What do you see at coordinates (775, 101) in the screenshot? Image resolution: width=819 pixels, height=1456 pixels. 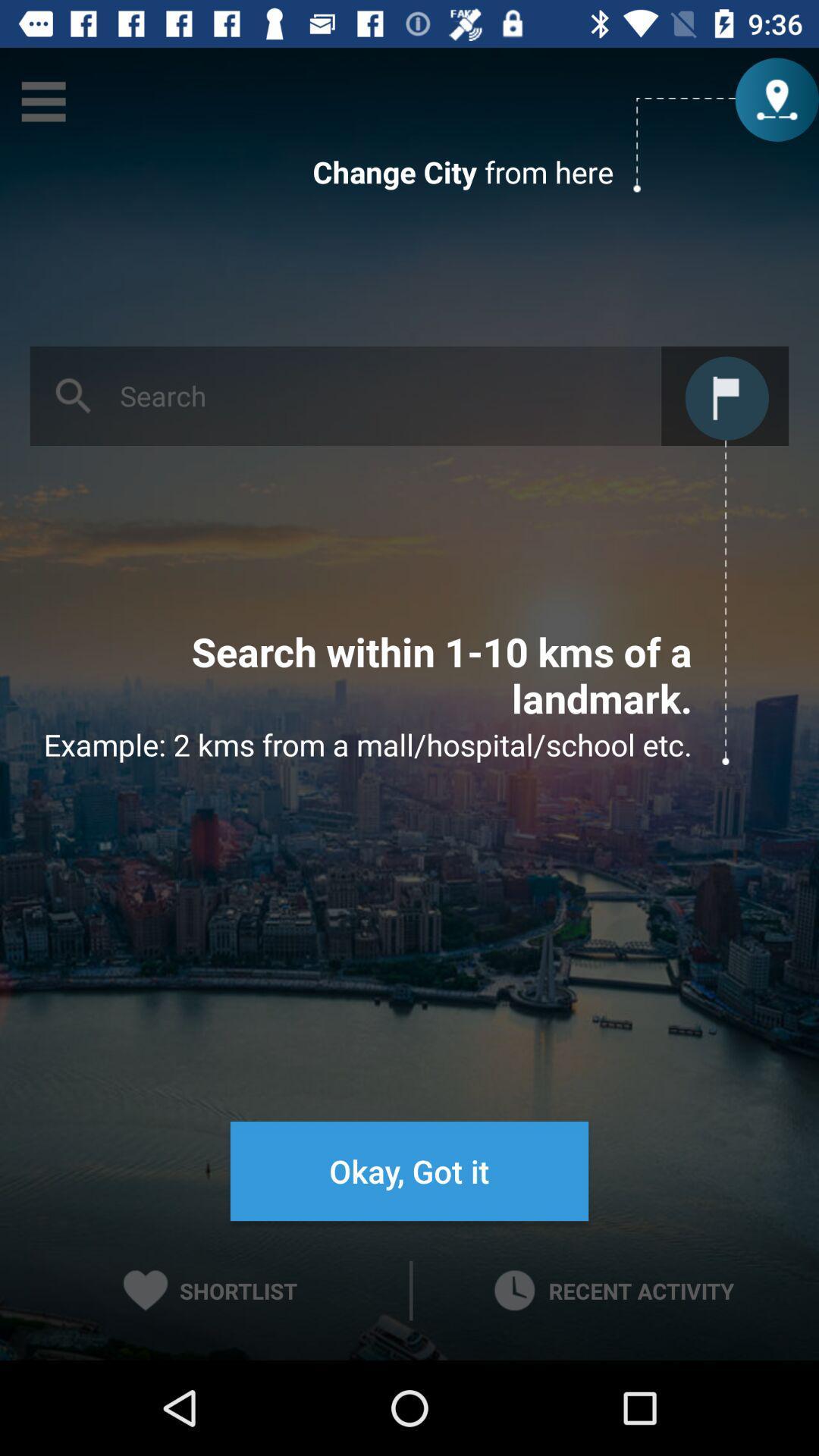 I see `the location icon` at bounding box center [775, 101].